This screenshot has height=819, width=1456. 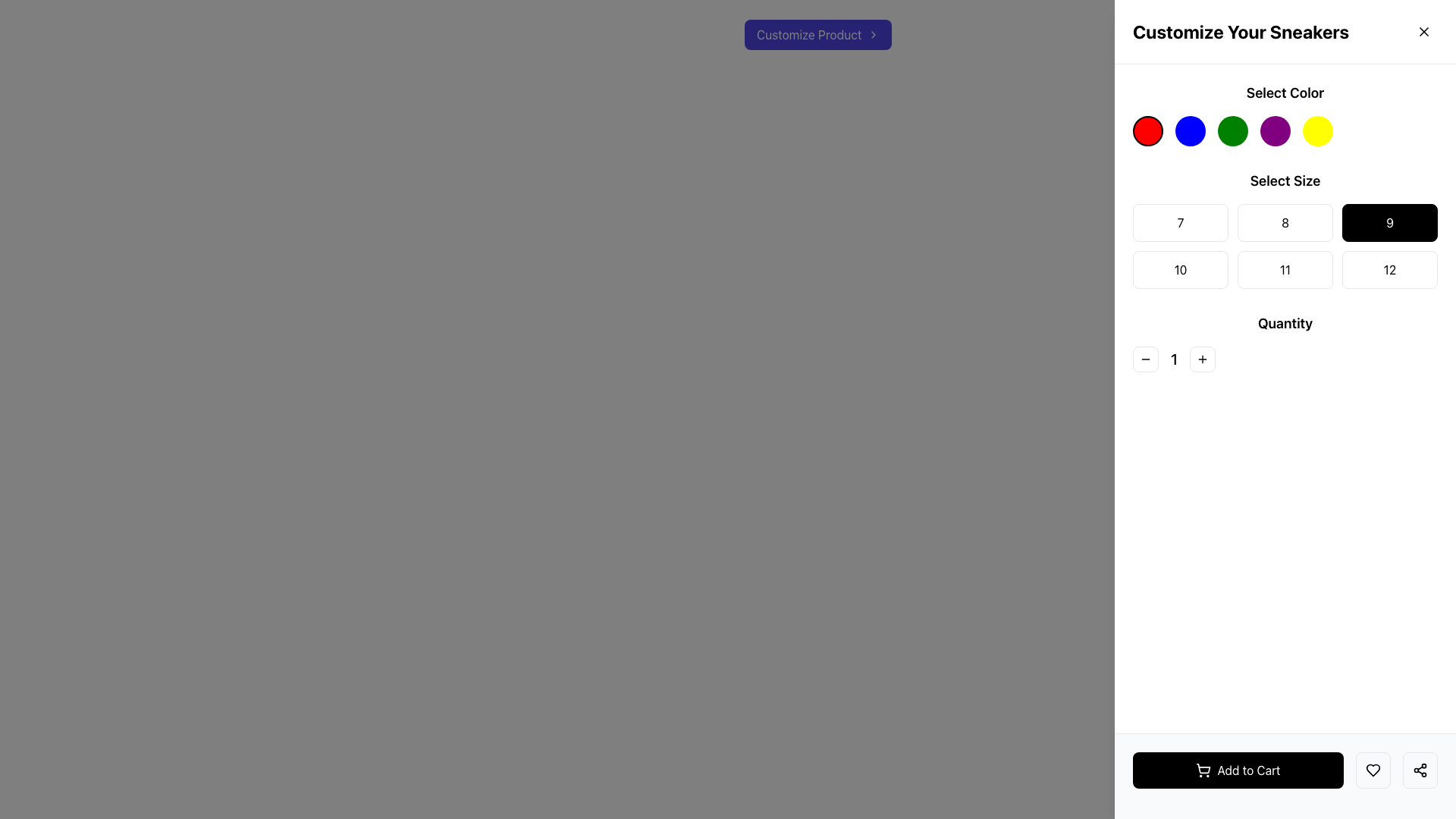 What do you see at coordinates (1284, 130) in the screenshot?
I see `the fourth circular purple button under the 'Select Color' heading` at bounding box center [1284, 130].